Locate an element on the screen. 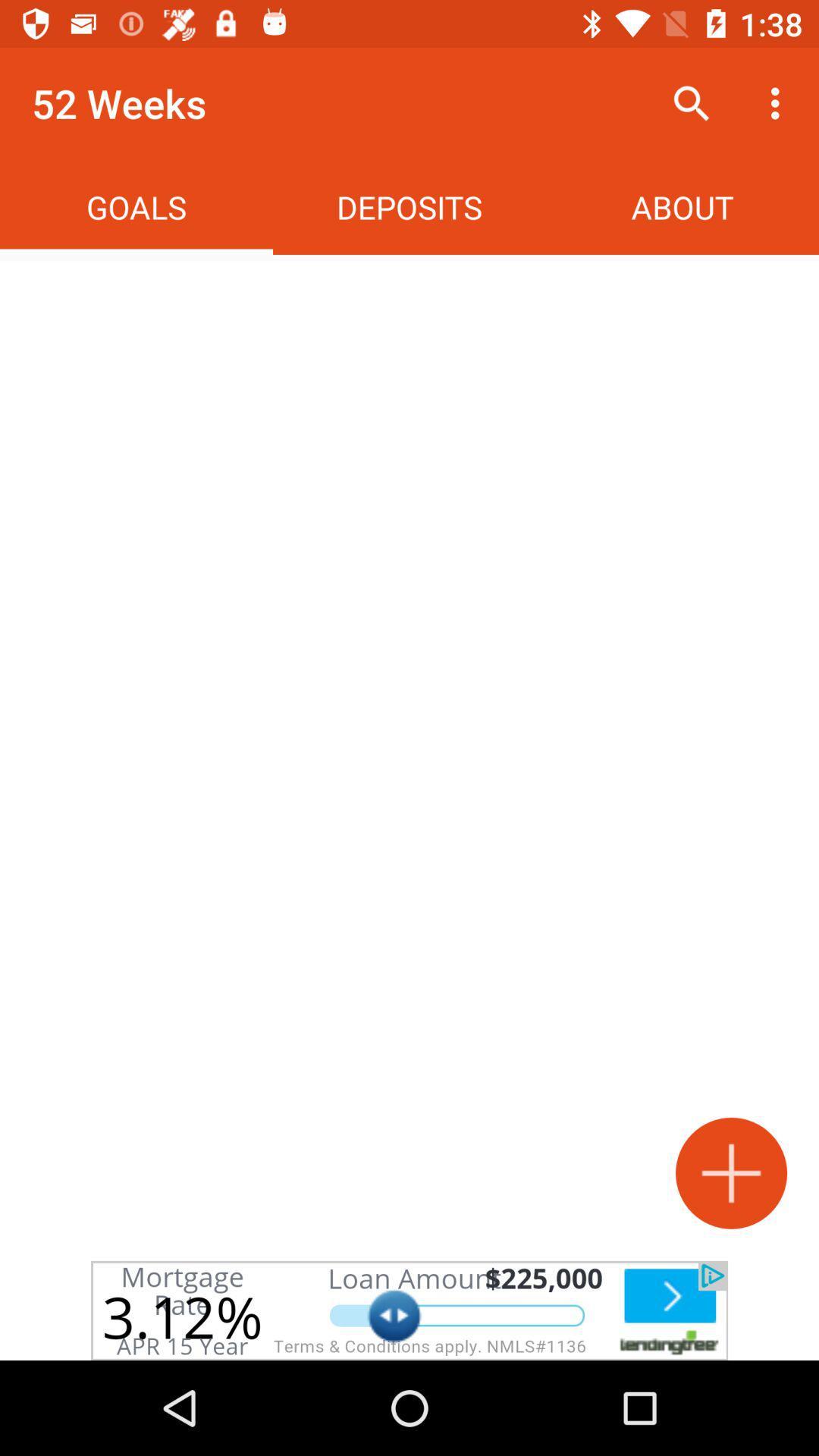  advertisement is located at coordinates (409, 1310).